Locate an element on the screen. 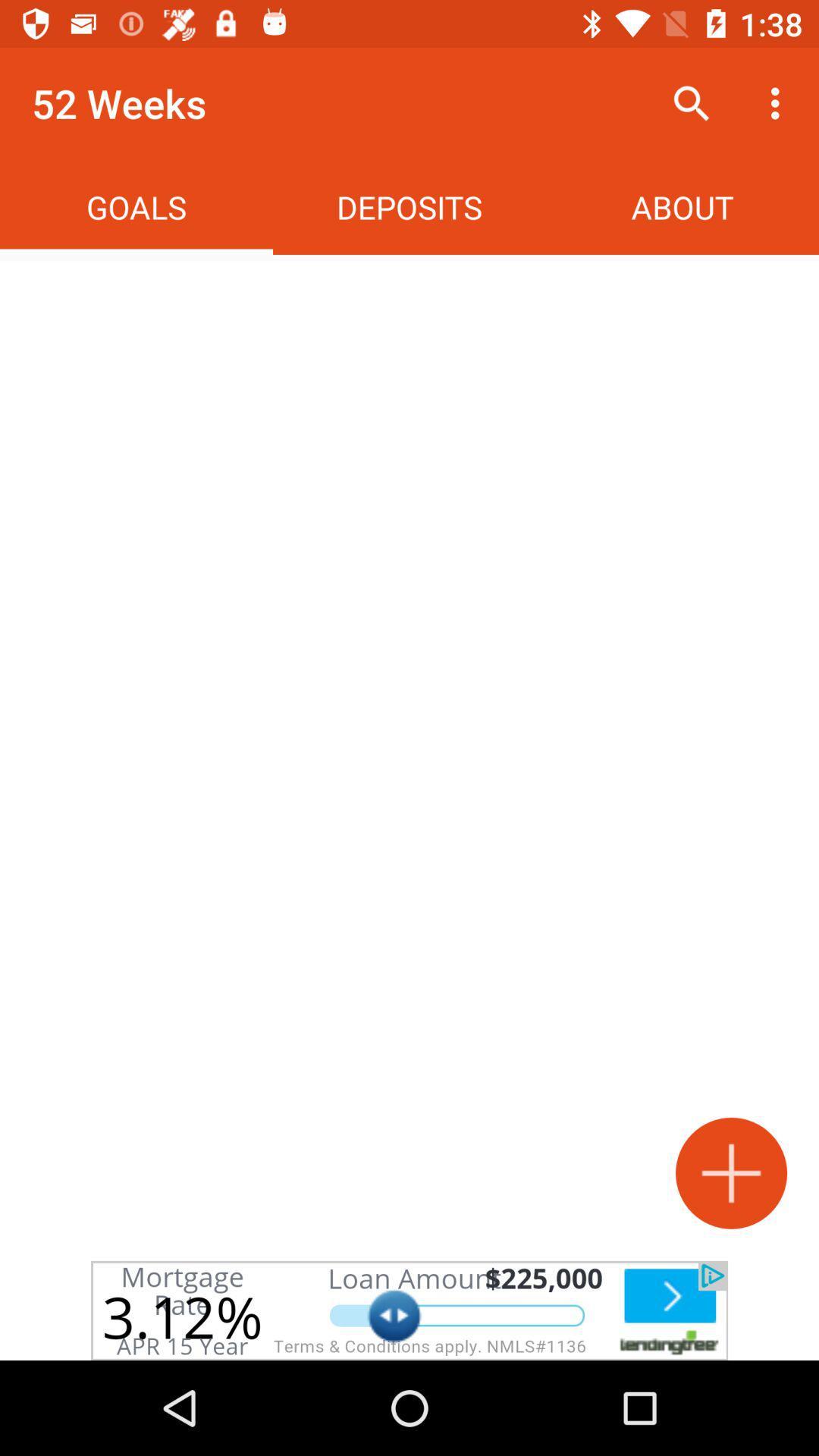  advertisement is located at coordinates (409, 1310).